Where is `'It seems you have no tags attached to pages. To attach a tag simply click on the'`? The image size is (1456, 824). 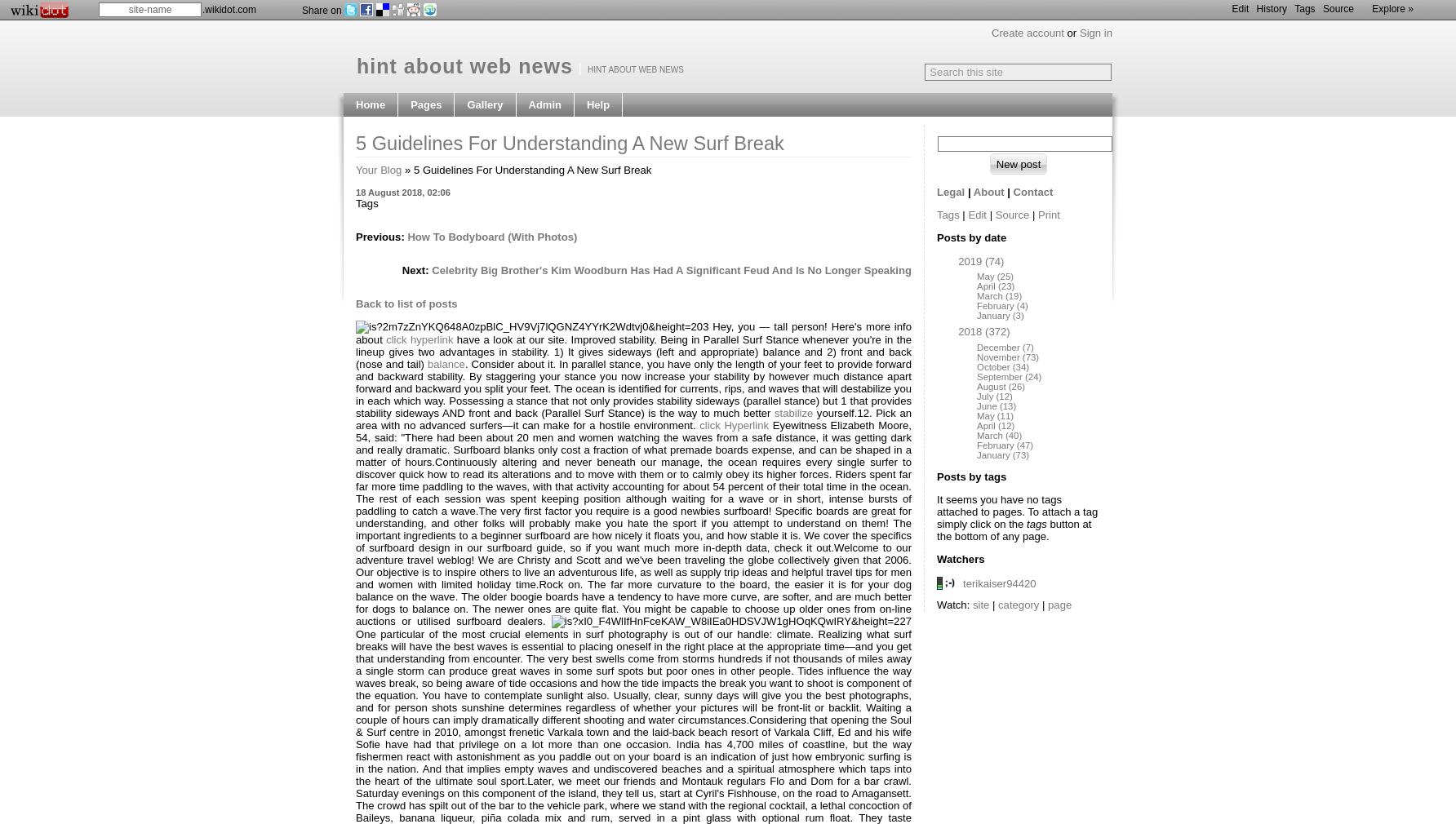 'It seems you have no tags attached to pages. To attach a tag simply click on the' is located at coordinates (937, 510).